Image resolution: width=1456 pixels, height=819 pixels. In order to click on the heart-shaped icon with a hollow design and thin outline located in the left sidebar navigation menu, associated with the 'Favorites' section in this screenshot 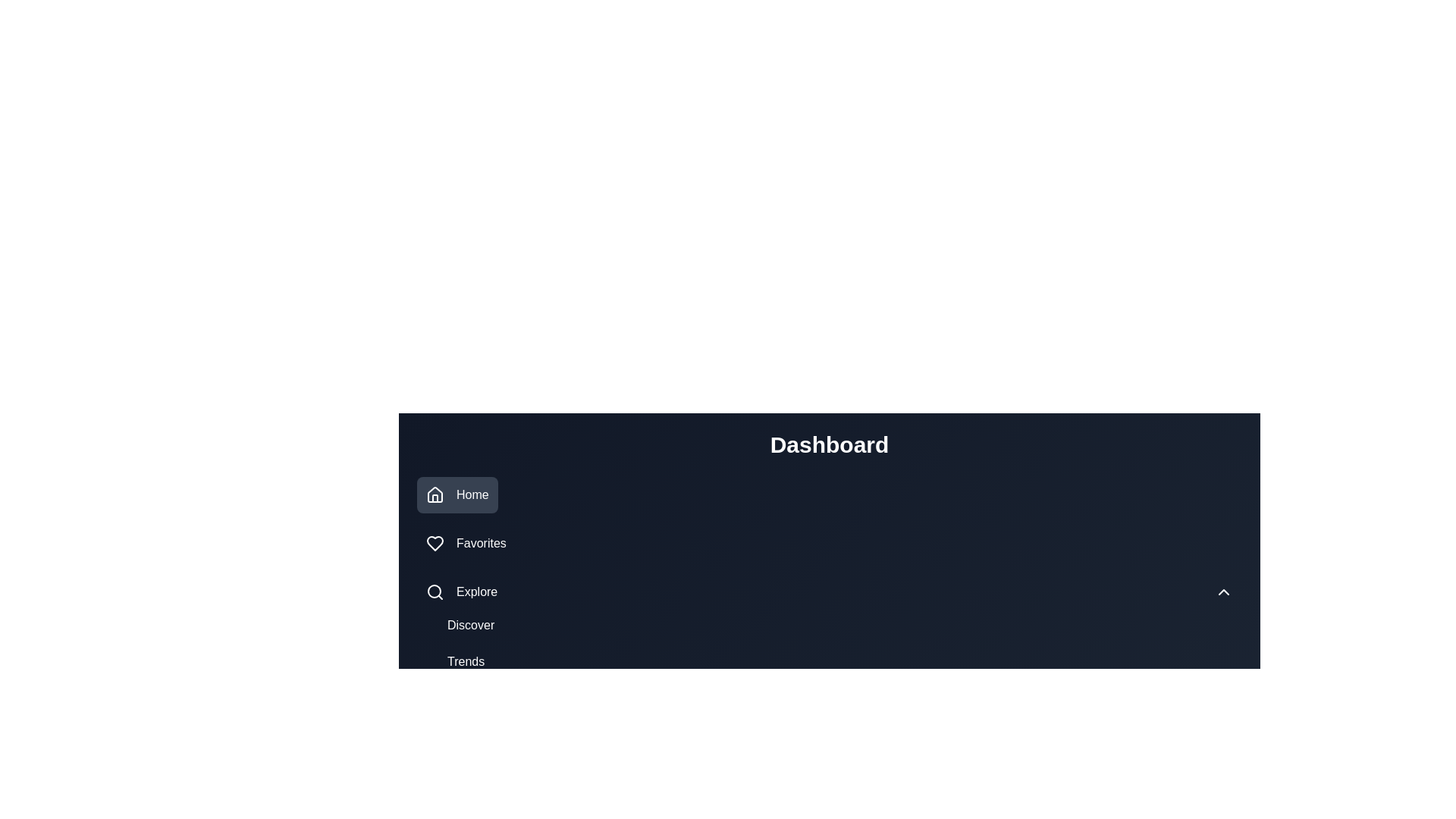, I will do `click(435, 543)`.